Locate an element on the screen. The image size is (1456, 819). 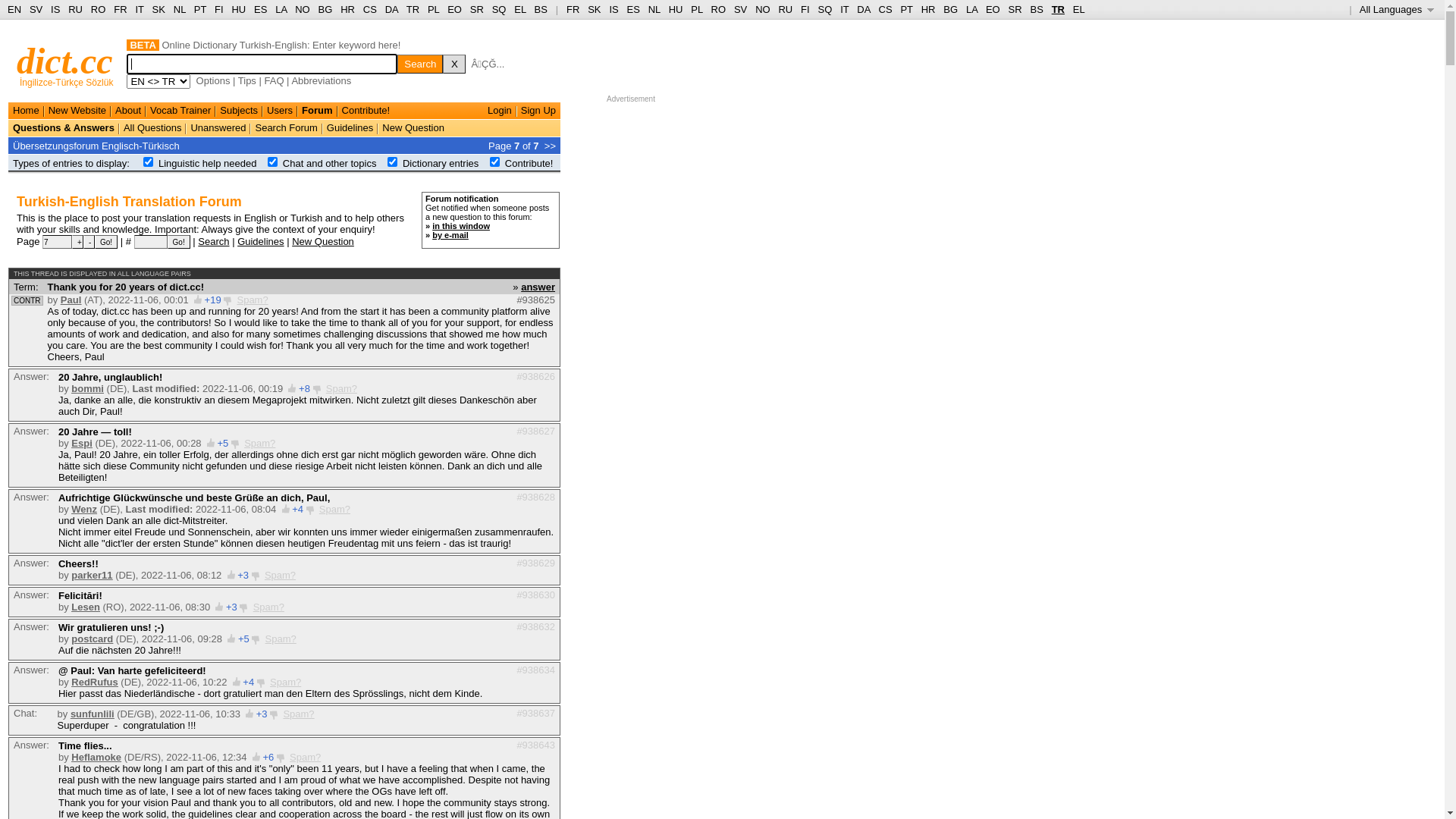
'Contribute!' is located at coordinates (366, 109).